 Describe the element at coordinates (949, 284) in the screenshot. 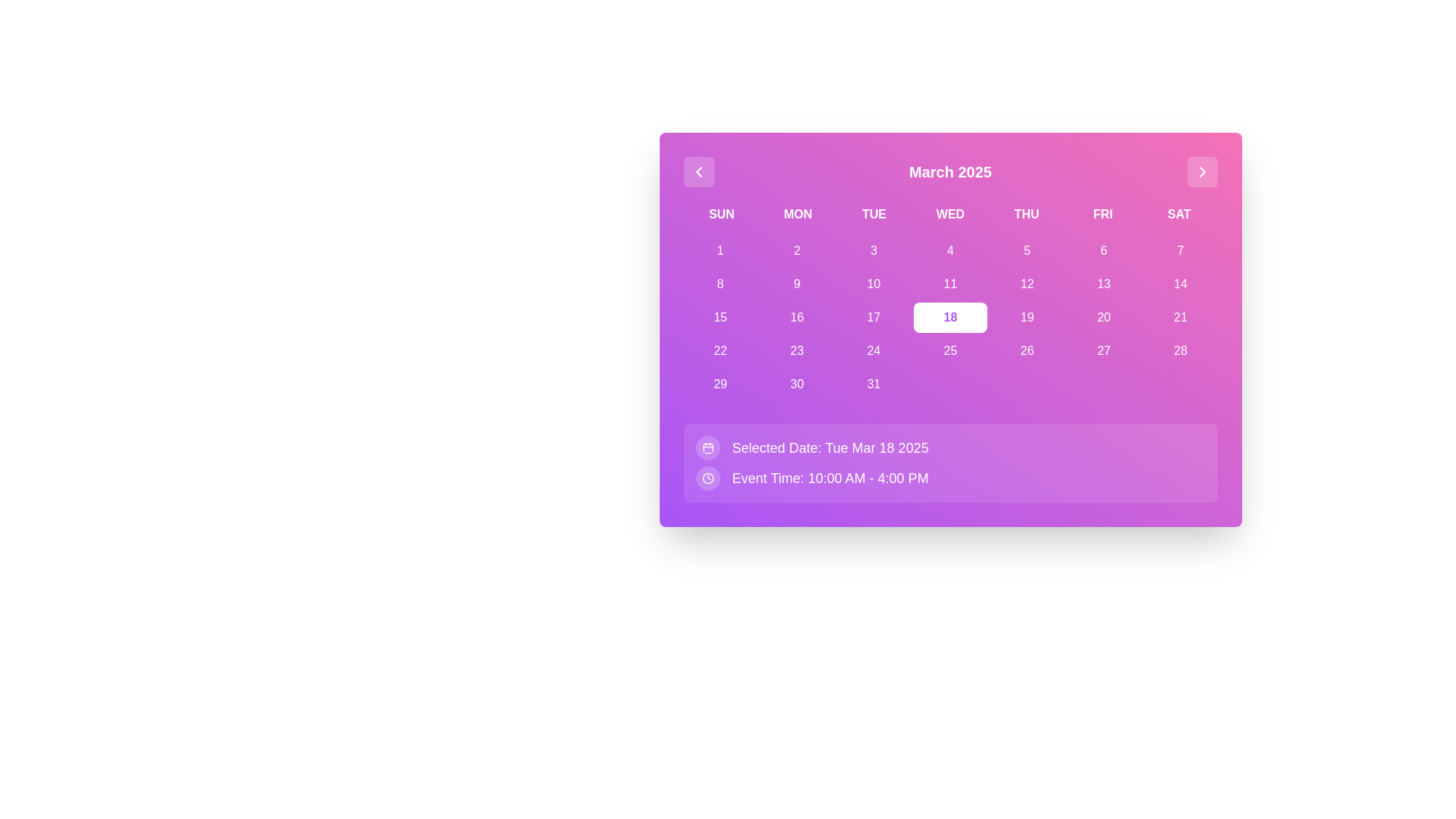

I see `the button representing the selectable date 11 in the second row and fourth column of the calendar interface` at that location.